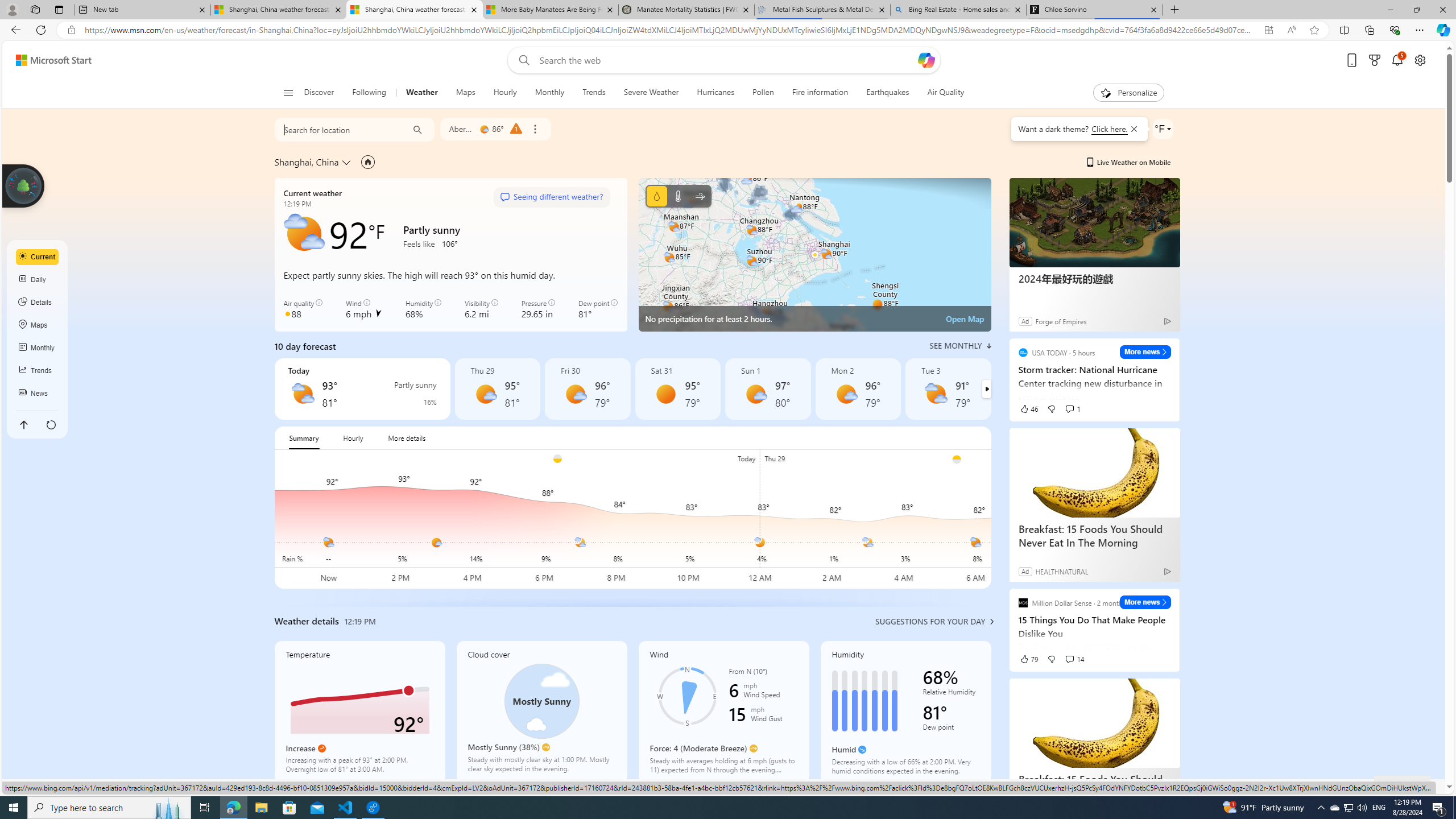 The width and height of the screenshot is (1456, 819). Describe the element at coordinates (1061, 570) in the screenshot. I see `'HEALTHNATURAL'` at that location.